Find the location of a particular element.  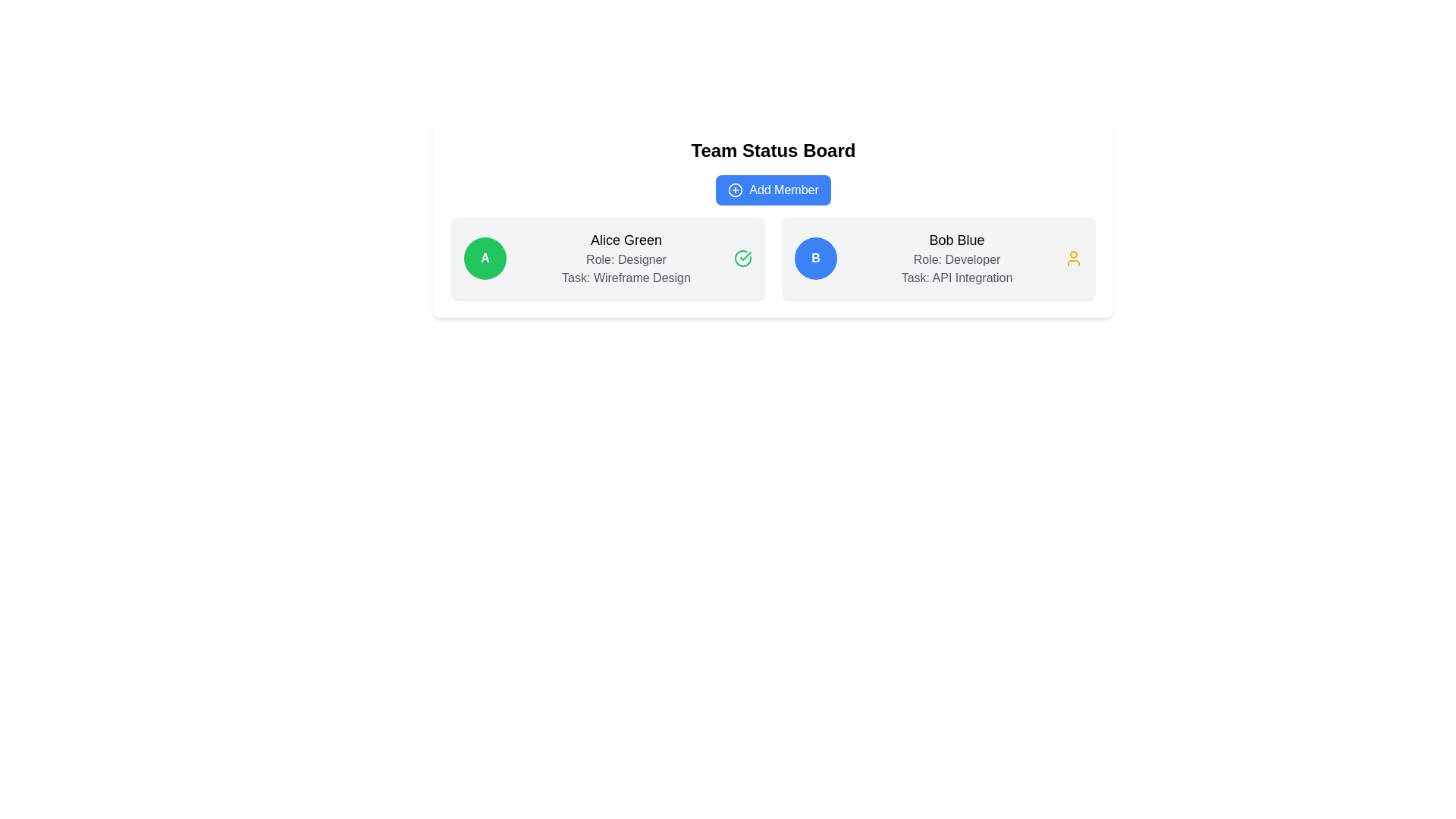

the Avatar Icon representing 'Bob Blue' located at the far-left side of the user profile card in the user list interface is located at coordinates (814, 257).